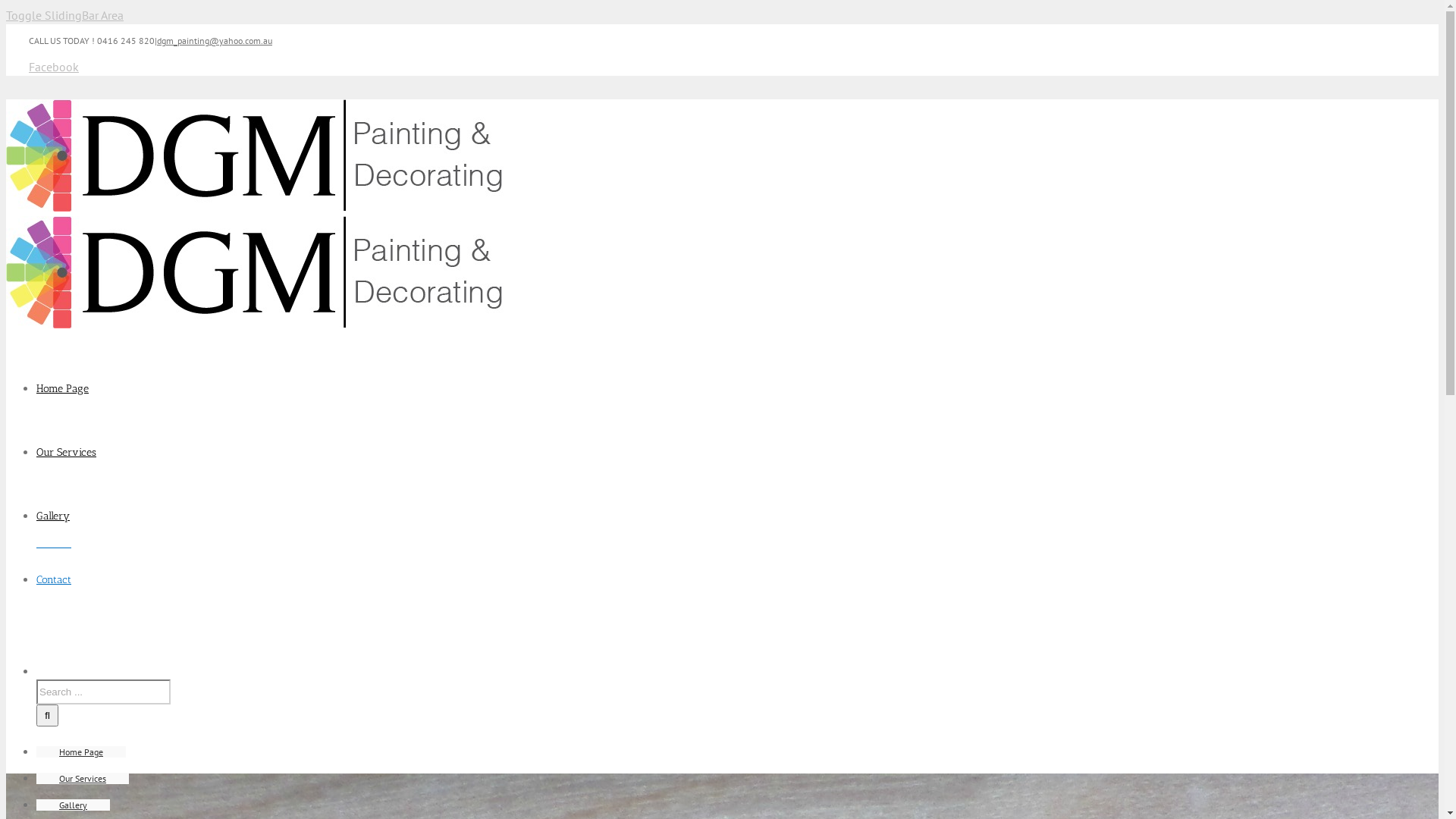 The height and width of the screenshot is (819, 1456). I want to click on 'Gallery', so click(53, 514).